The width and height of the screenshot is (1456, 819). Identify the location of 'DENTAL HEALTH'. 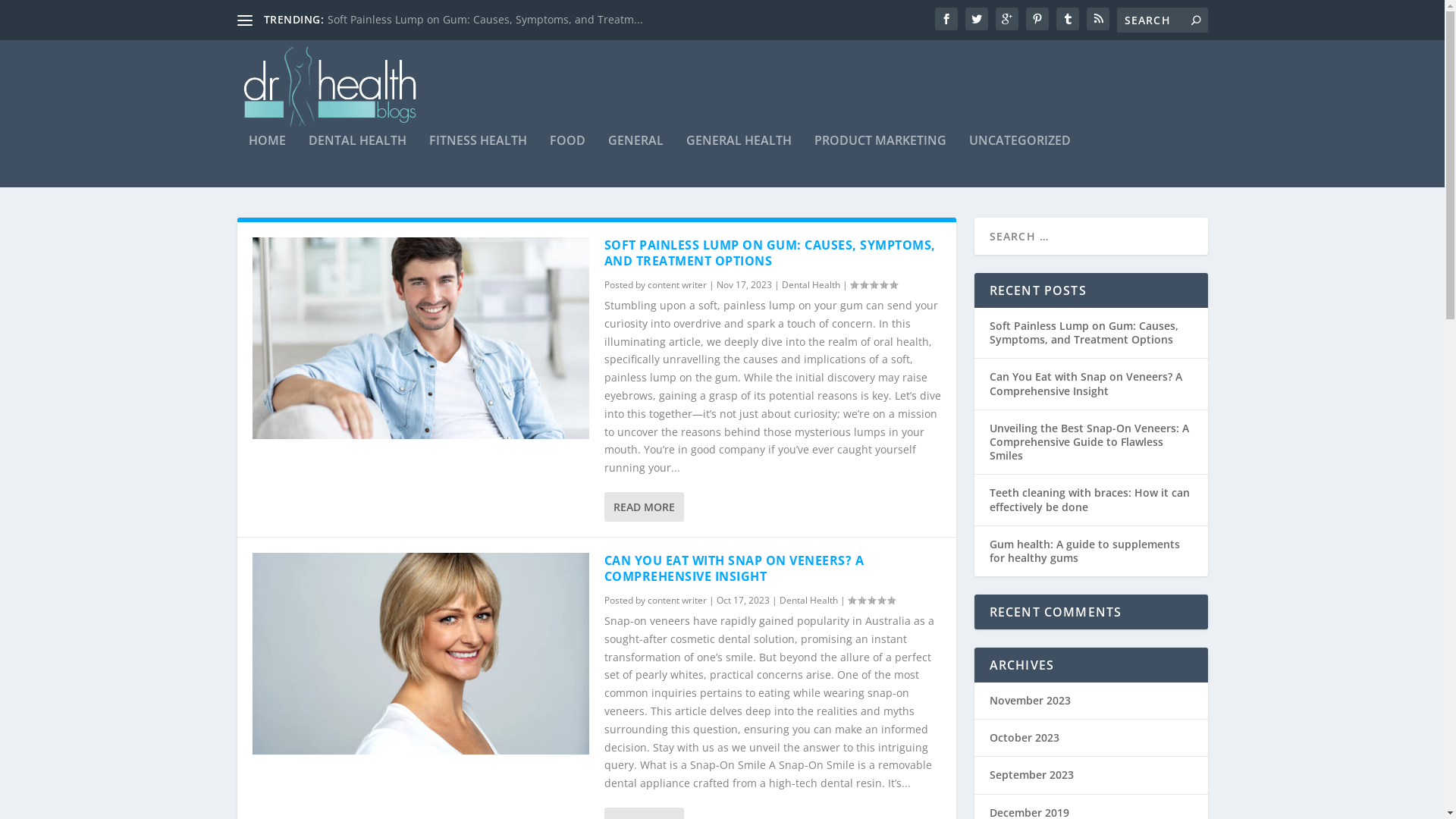
(356, 161).